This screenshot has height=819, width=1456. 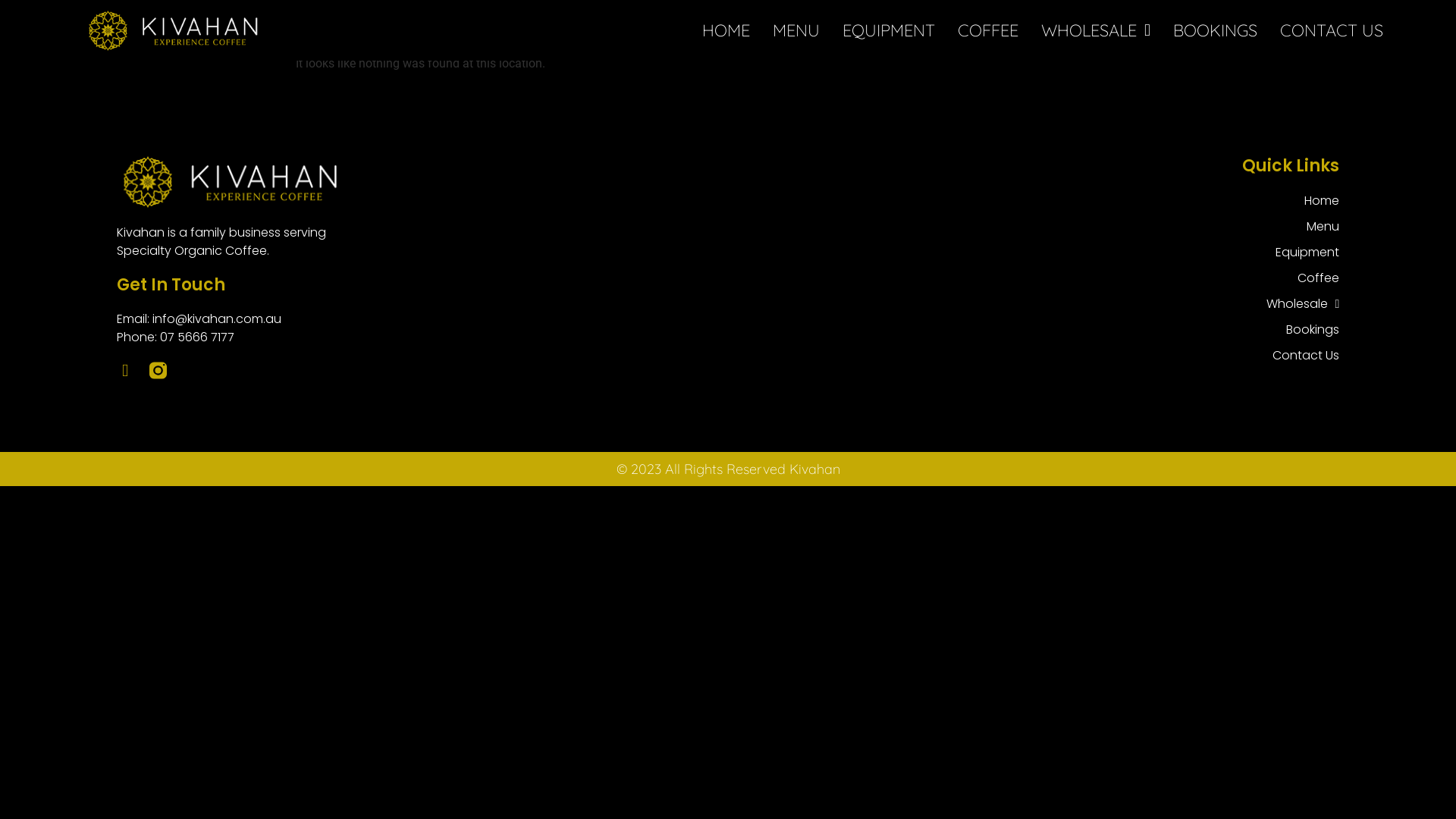 What do you see at coordinates (1302, 356) in the screenshot?
I see `'Contact Us'` at bounding box center [1302, 356].